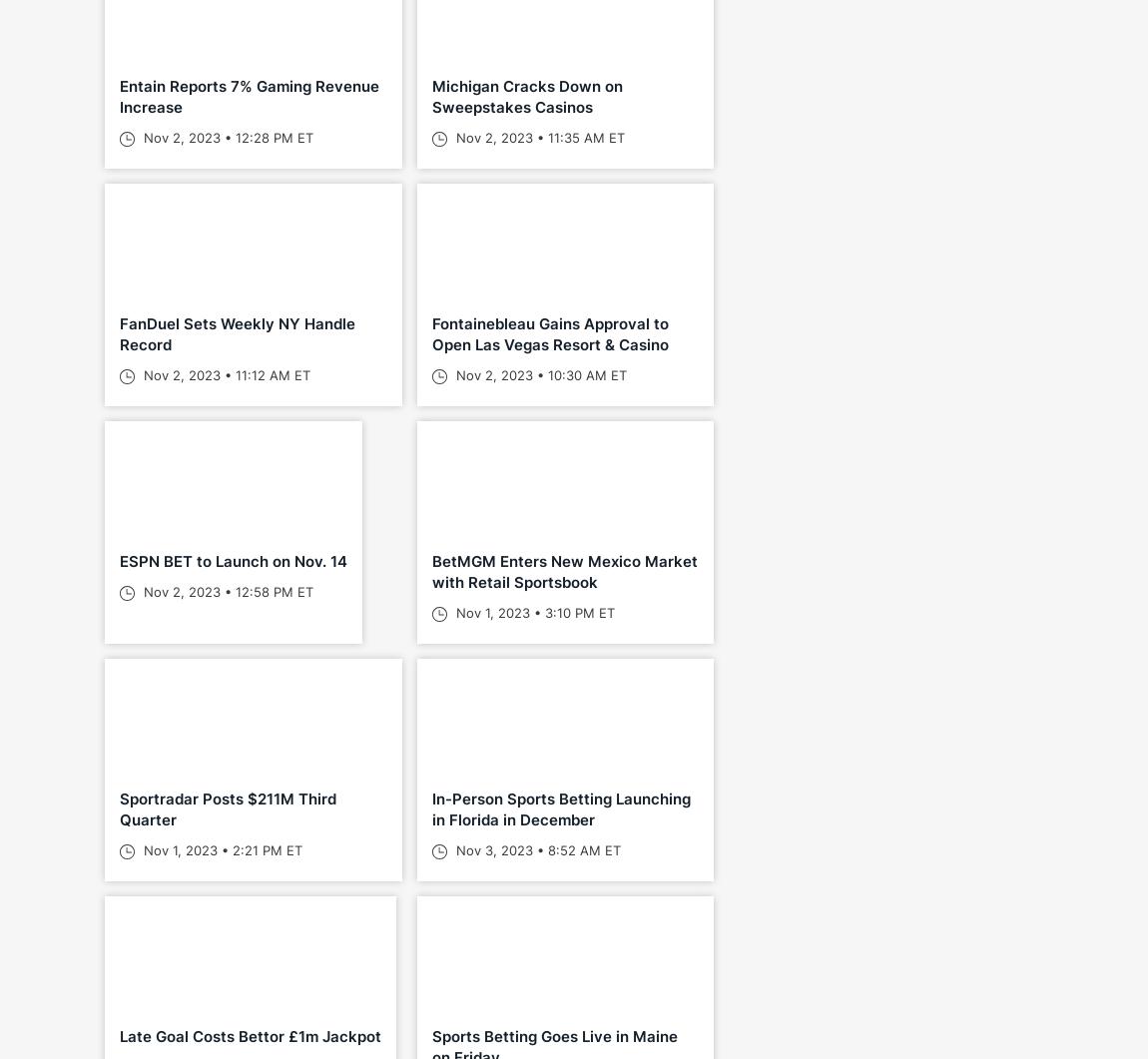 Image resolution: width=1148 pixels, height=1059 pixels. Describe the element at coordinates (226, 590) in the screenshot. I see `'Nov 2, 2023 • 12:58 PM ET'` at that location.